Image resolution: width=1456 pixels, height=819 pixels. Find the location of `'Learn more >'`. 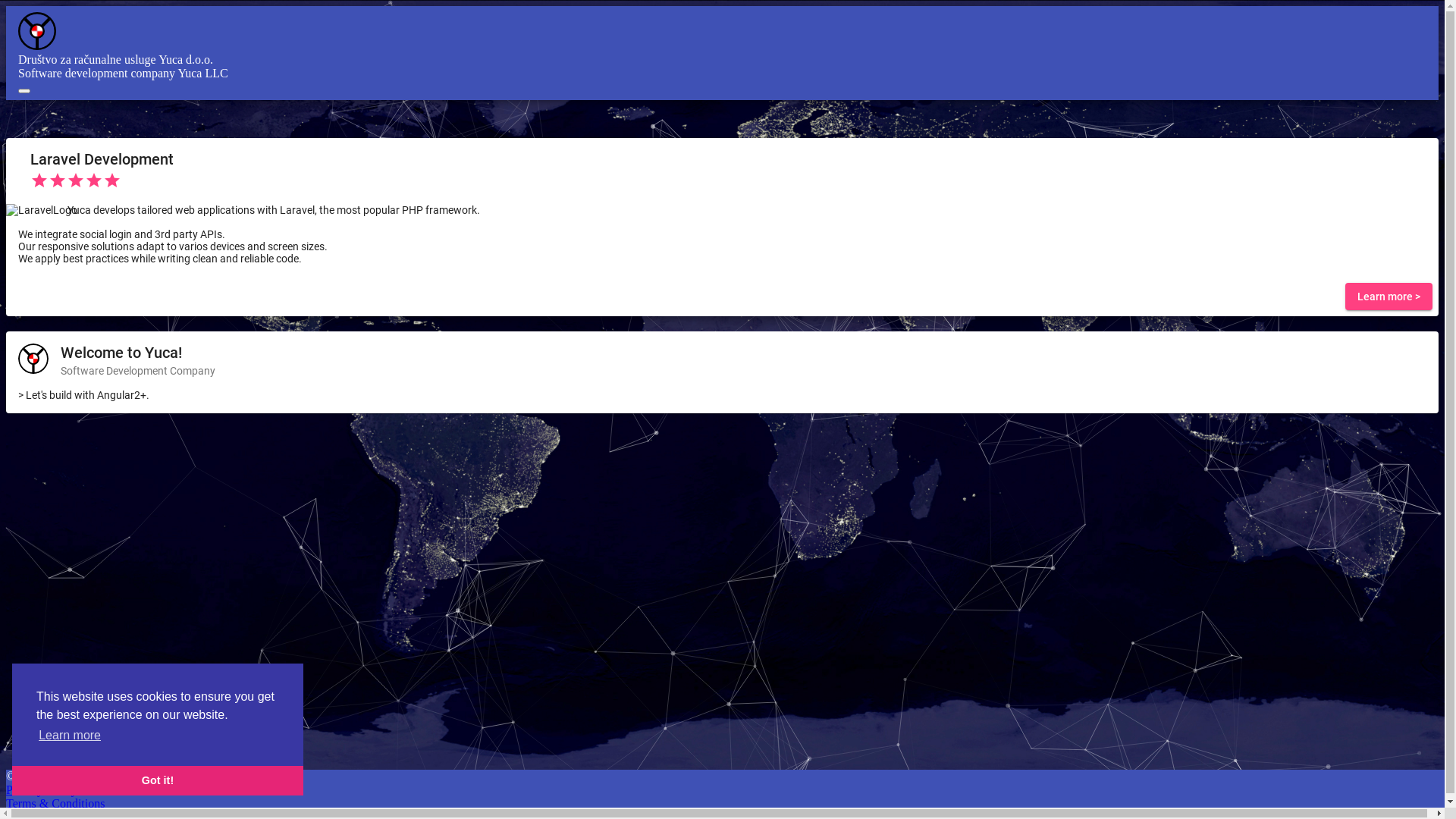

'Learn more >' is located at coordinates (1389, 296).